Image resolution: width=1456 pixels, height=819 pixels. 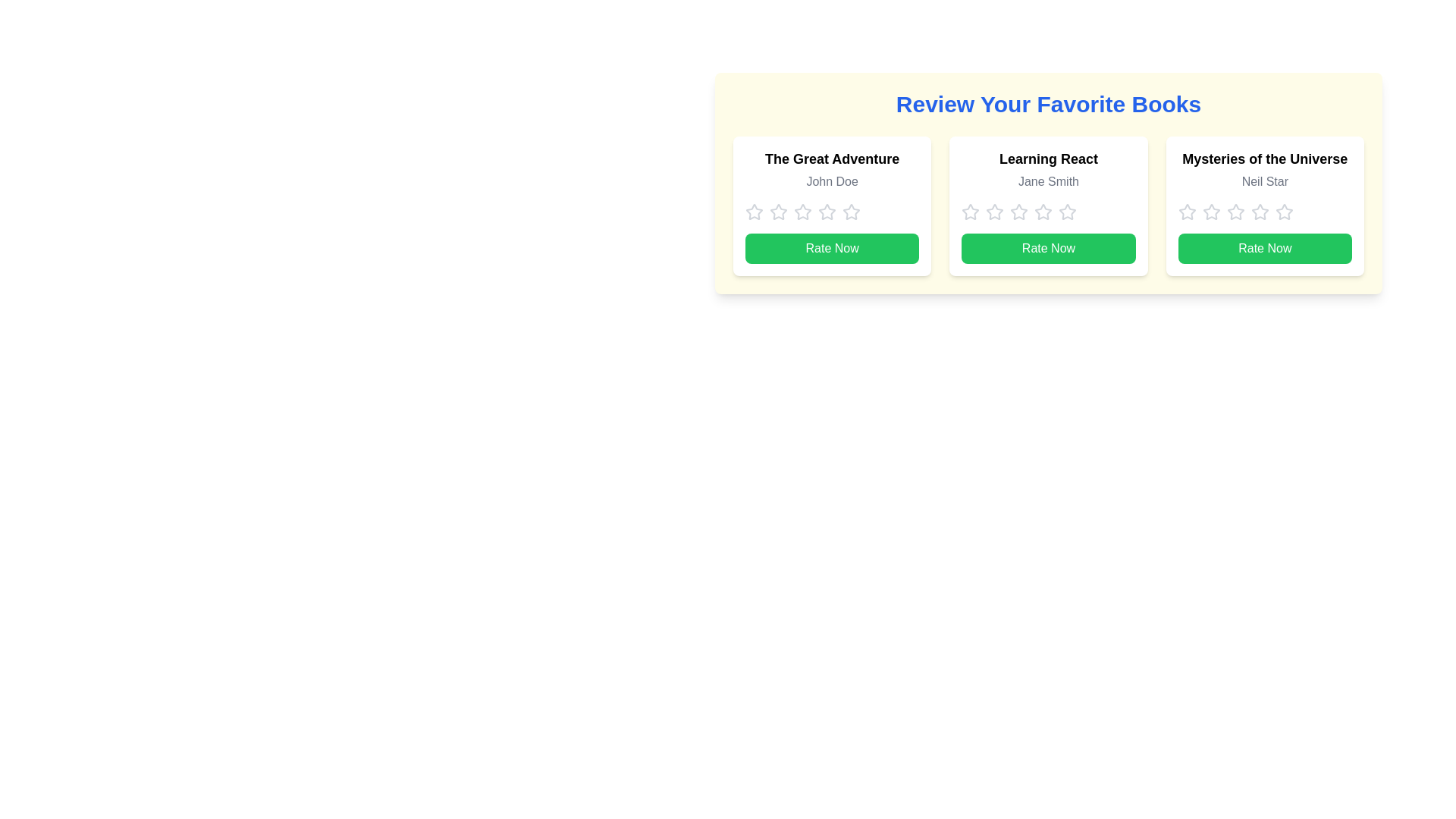 What do you see at coordinates (995, 212) in the screenshot?
I see `the first star icon in the rating system of the 'Learning React' book card` at bounding box center [995, 212].